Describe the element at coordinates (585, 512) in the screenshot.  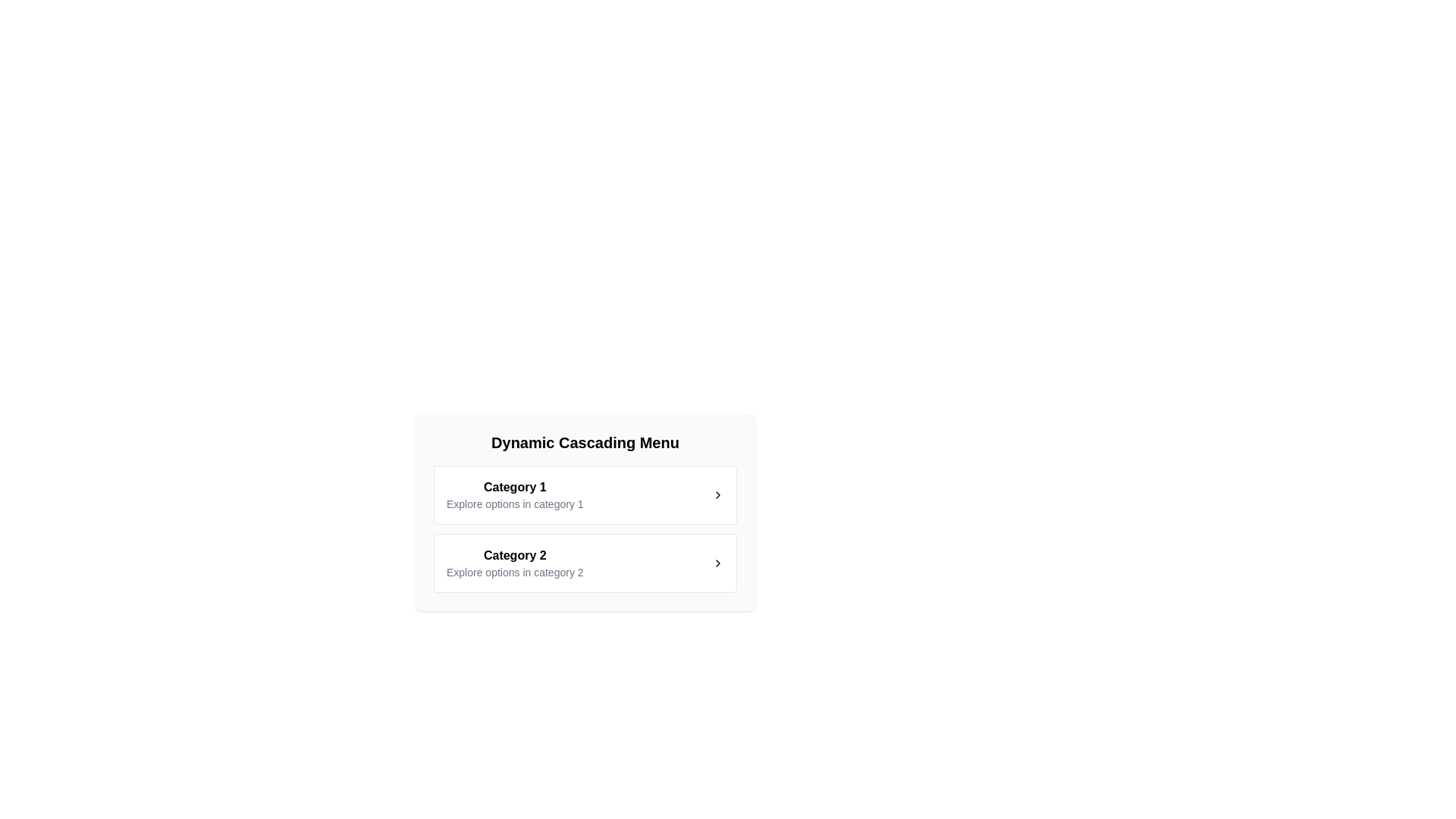
I see `the first interactive menu option labeled 'Category 1' in the vertically stacked list of the 'Dynamic Cascading Menu'` at that location.